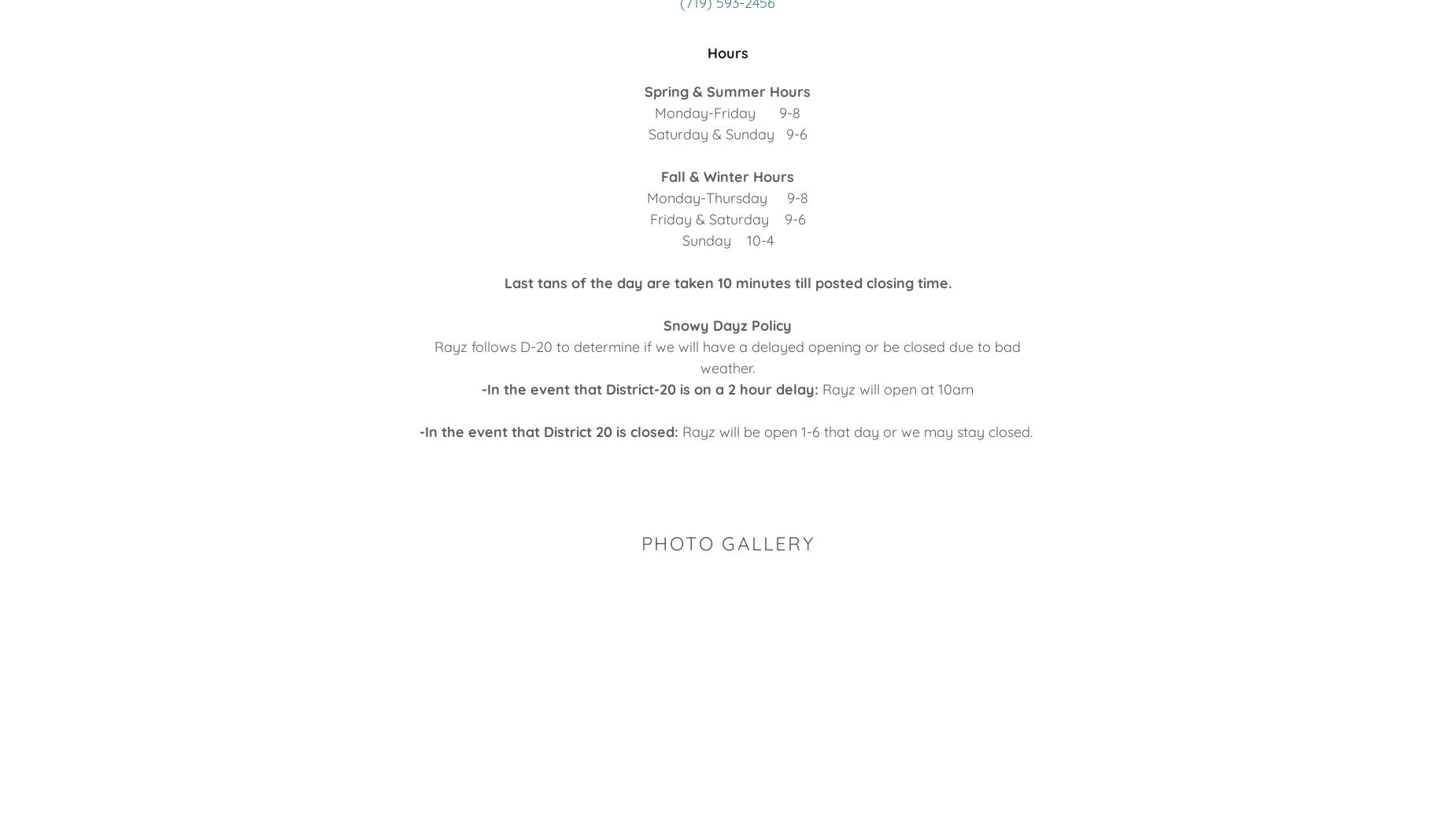 Image resolution: width=1456 pixels, height=830 pixels. Describe the element at coordinates (650, 388) in the screenshot. I see `'-In the event that District-20 is on a 2 hour delay:'` at that location.